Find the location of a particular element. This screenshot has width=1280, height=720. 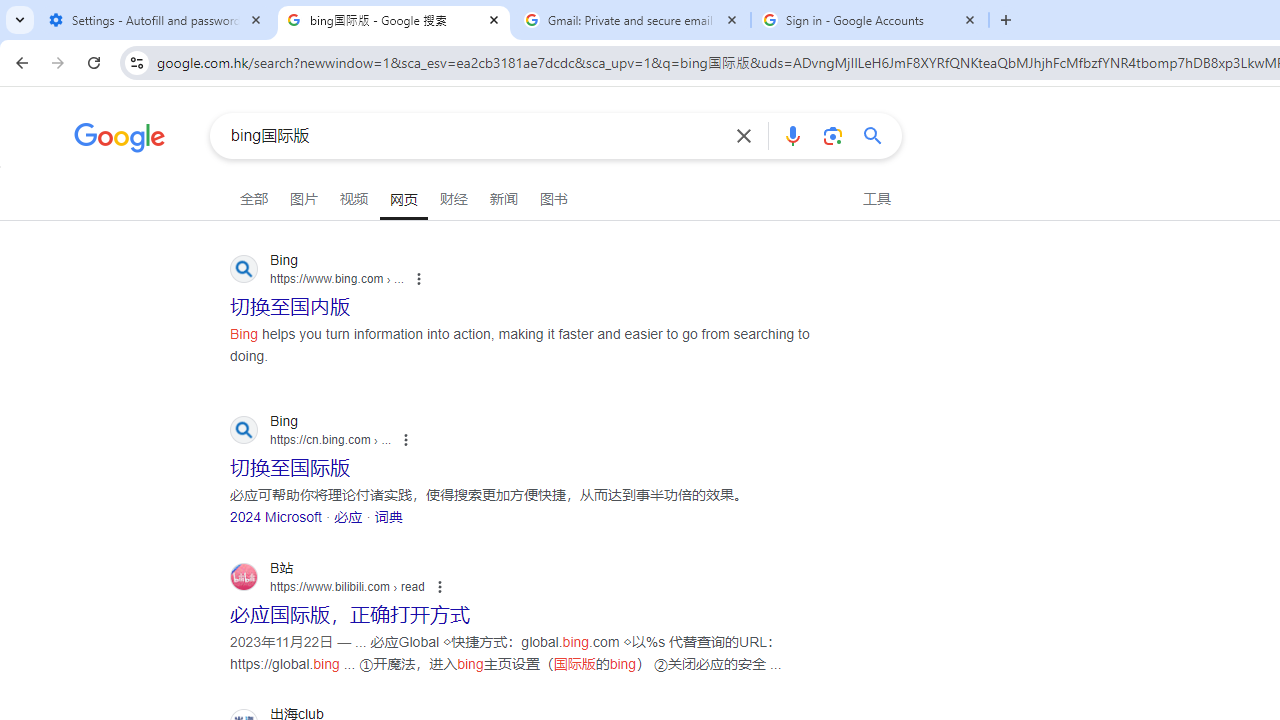

'Reload' is located at coordinates (93, 61).